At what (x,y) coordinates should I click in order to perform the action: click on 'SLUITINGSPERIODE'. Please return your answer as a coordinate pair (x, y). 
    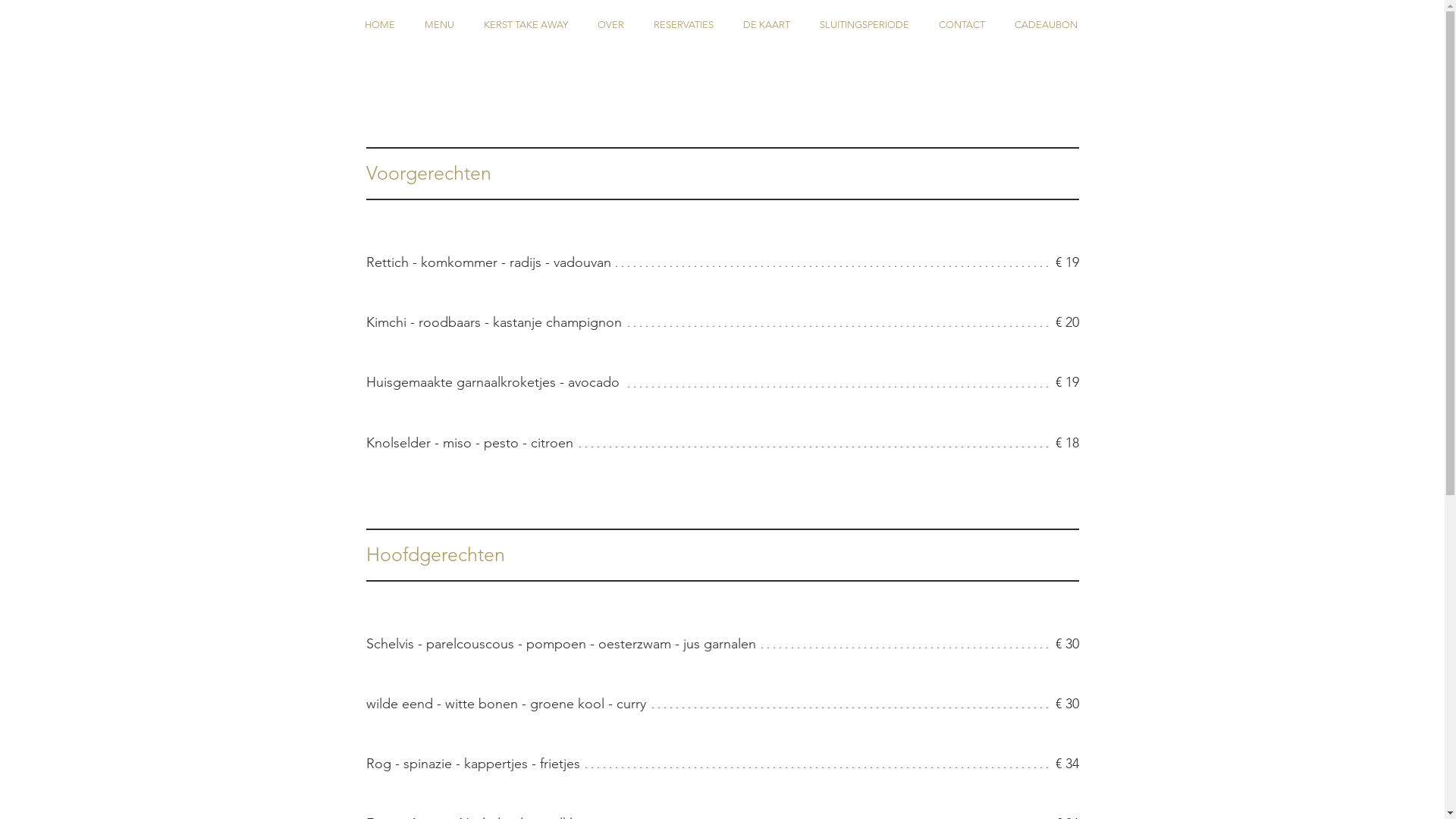
    Looking at the image, I should click on (864, 24).